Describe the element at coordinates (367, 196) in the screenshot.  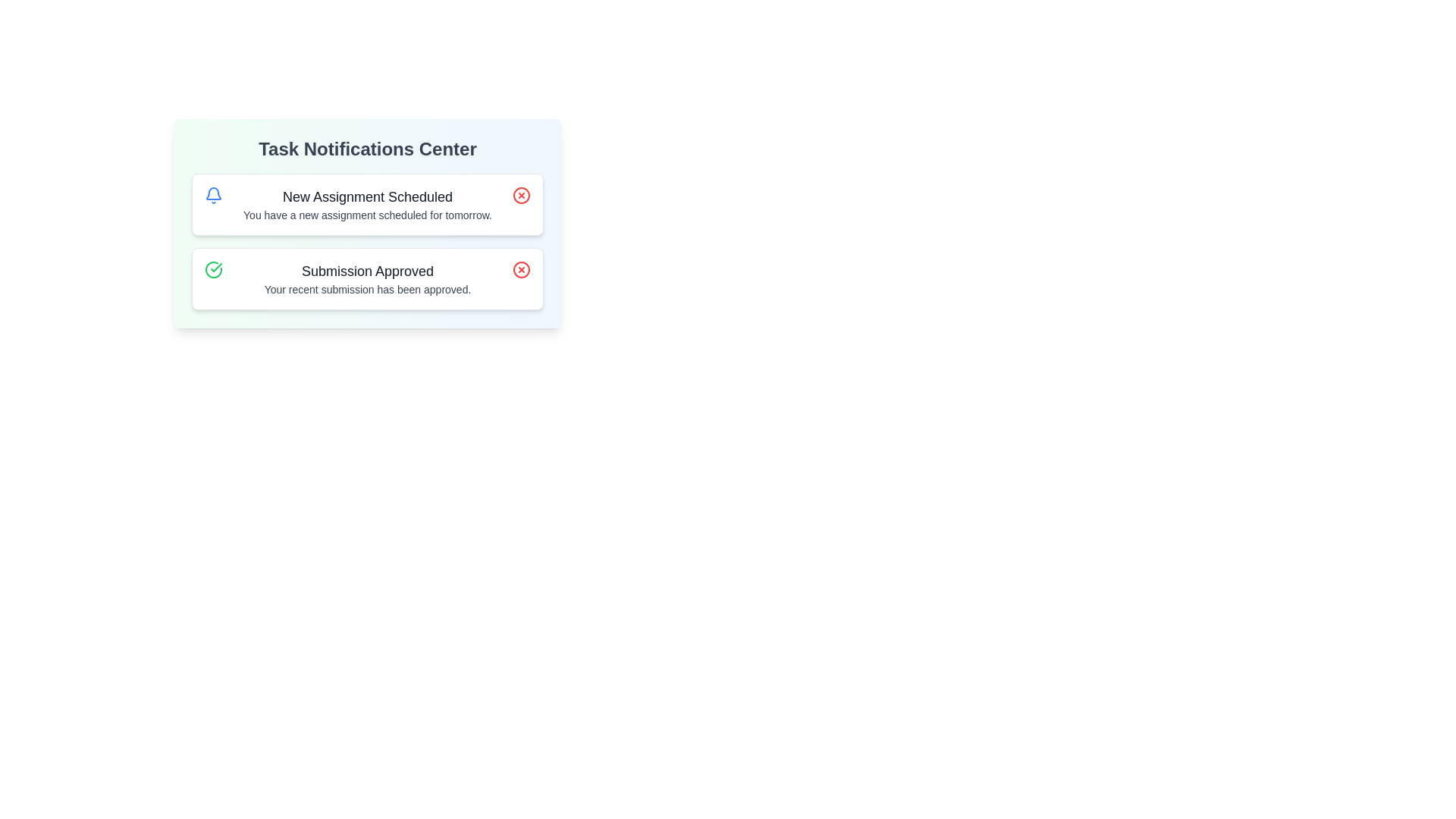
I see `the notification title or description by selecting New Assignment Scheduled` at that location.